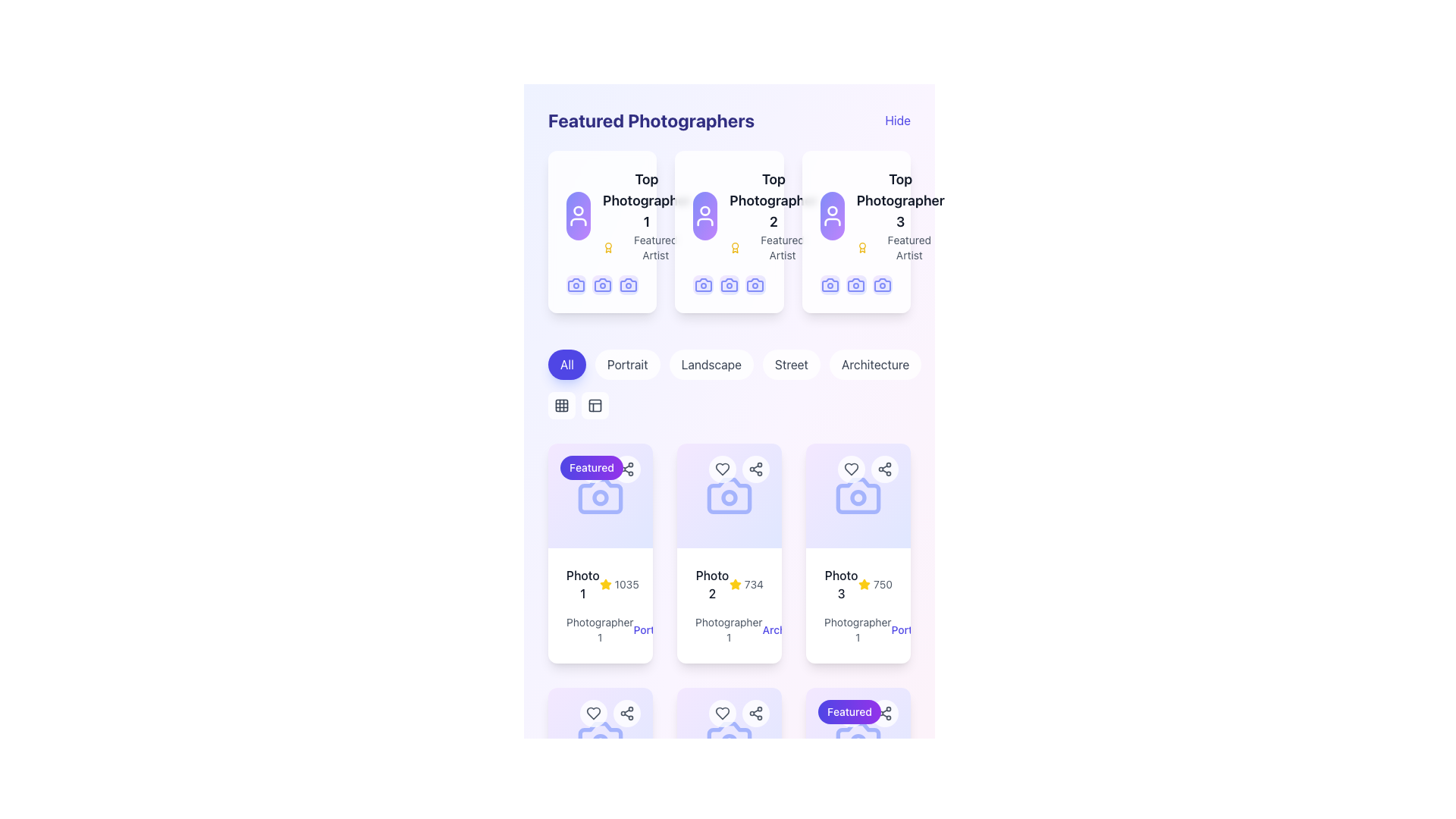  I want to click on the circular user icon in white color, which is located in the top-left card of the 'Featured Photographers' section, representing 'Top Photographer 1', so click(578, 216).